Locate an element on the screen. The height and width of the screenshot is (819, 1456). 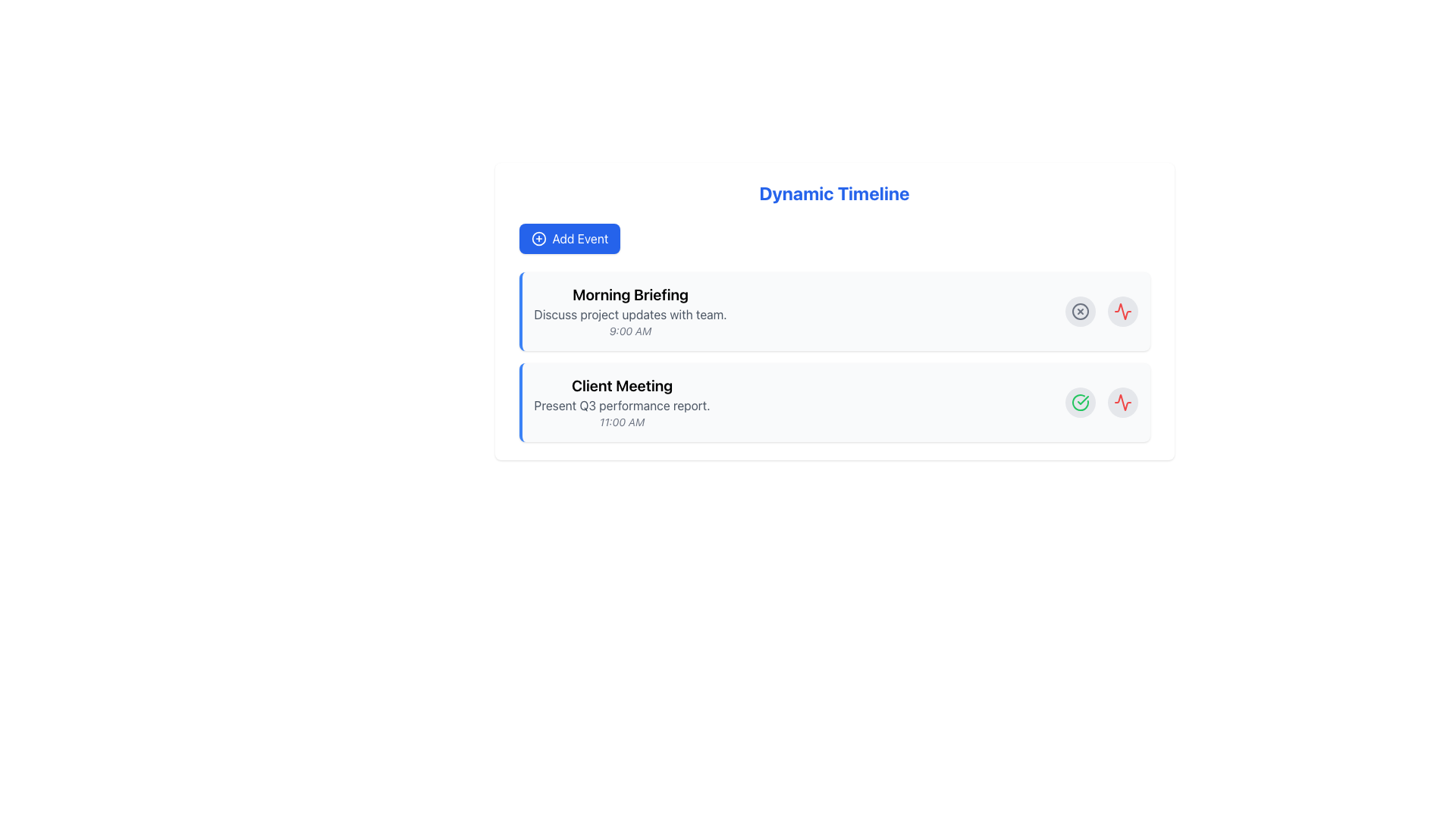
the bold text label 'Morning Briefing' that is prominently displayed at the top of a white rectangular card, which is the first in a vertical stack of similar cards is located at coordinates (630, 295).